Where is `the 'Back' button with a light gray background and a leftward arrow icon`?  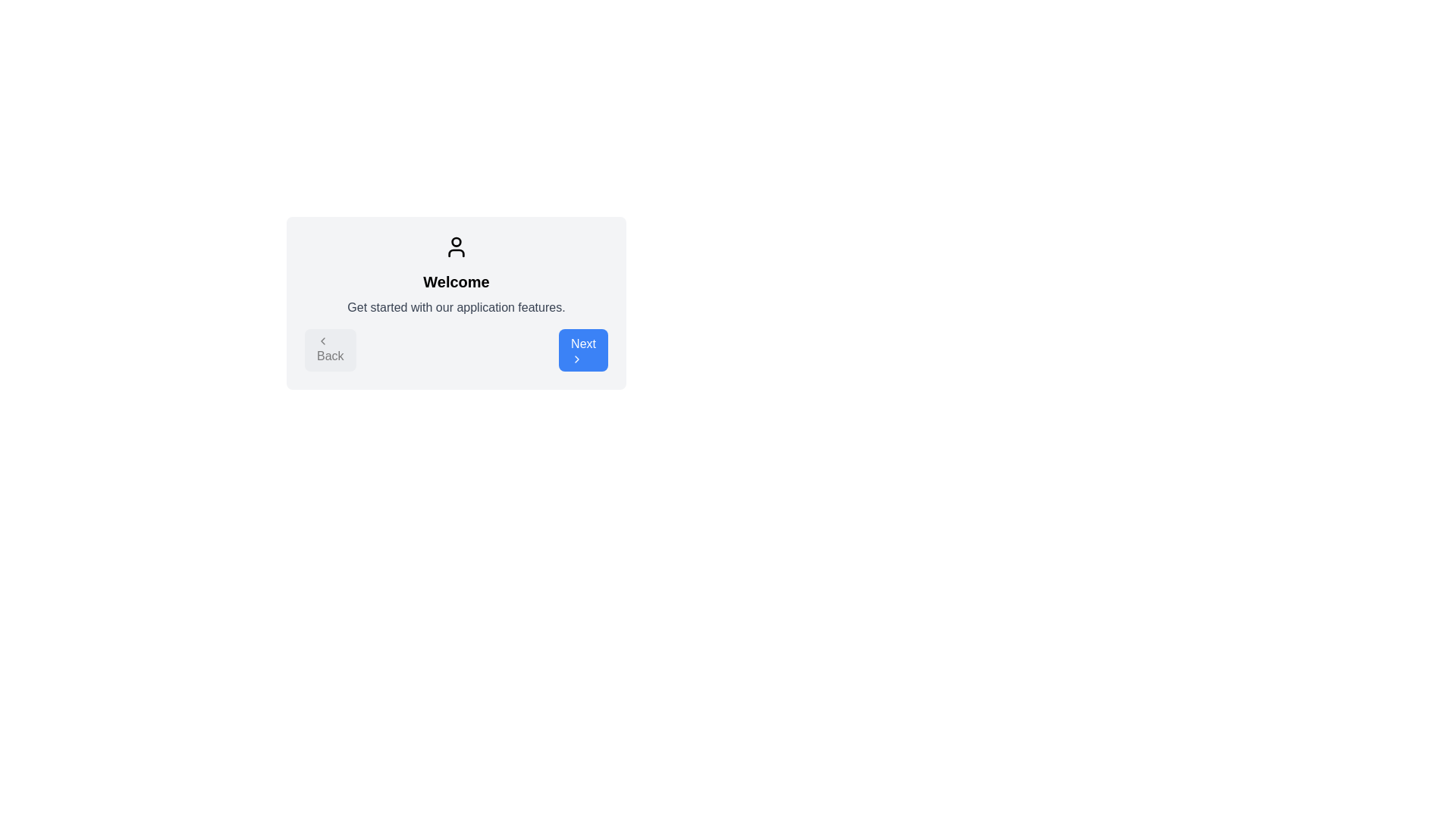 the 'Back' button with a light gray background and a leftward arrow icon is located at coordinates (329, 350).